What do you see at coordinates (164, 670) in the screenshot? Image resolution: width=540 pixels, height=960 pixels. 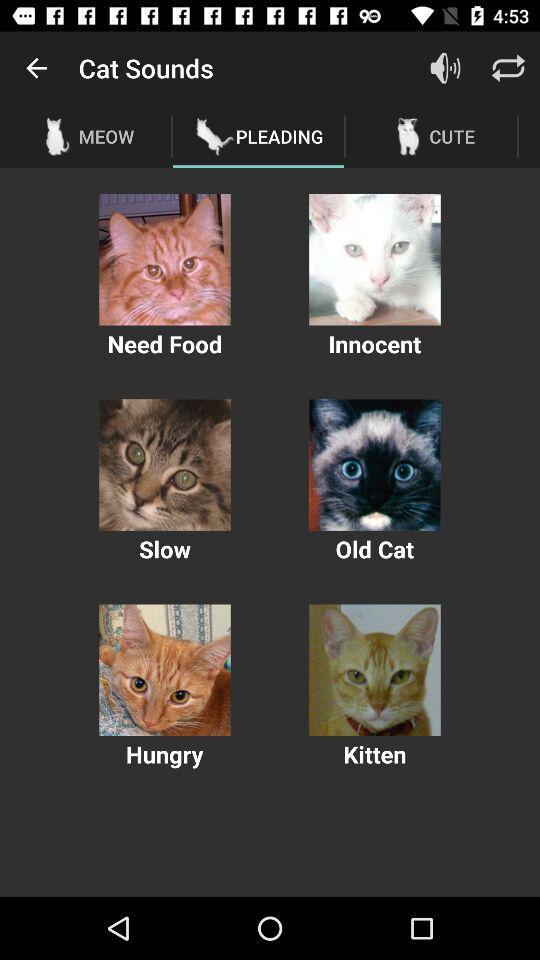 I see `hungry cat sound option` at bounding box center [164, 670].